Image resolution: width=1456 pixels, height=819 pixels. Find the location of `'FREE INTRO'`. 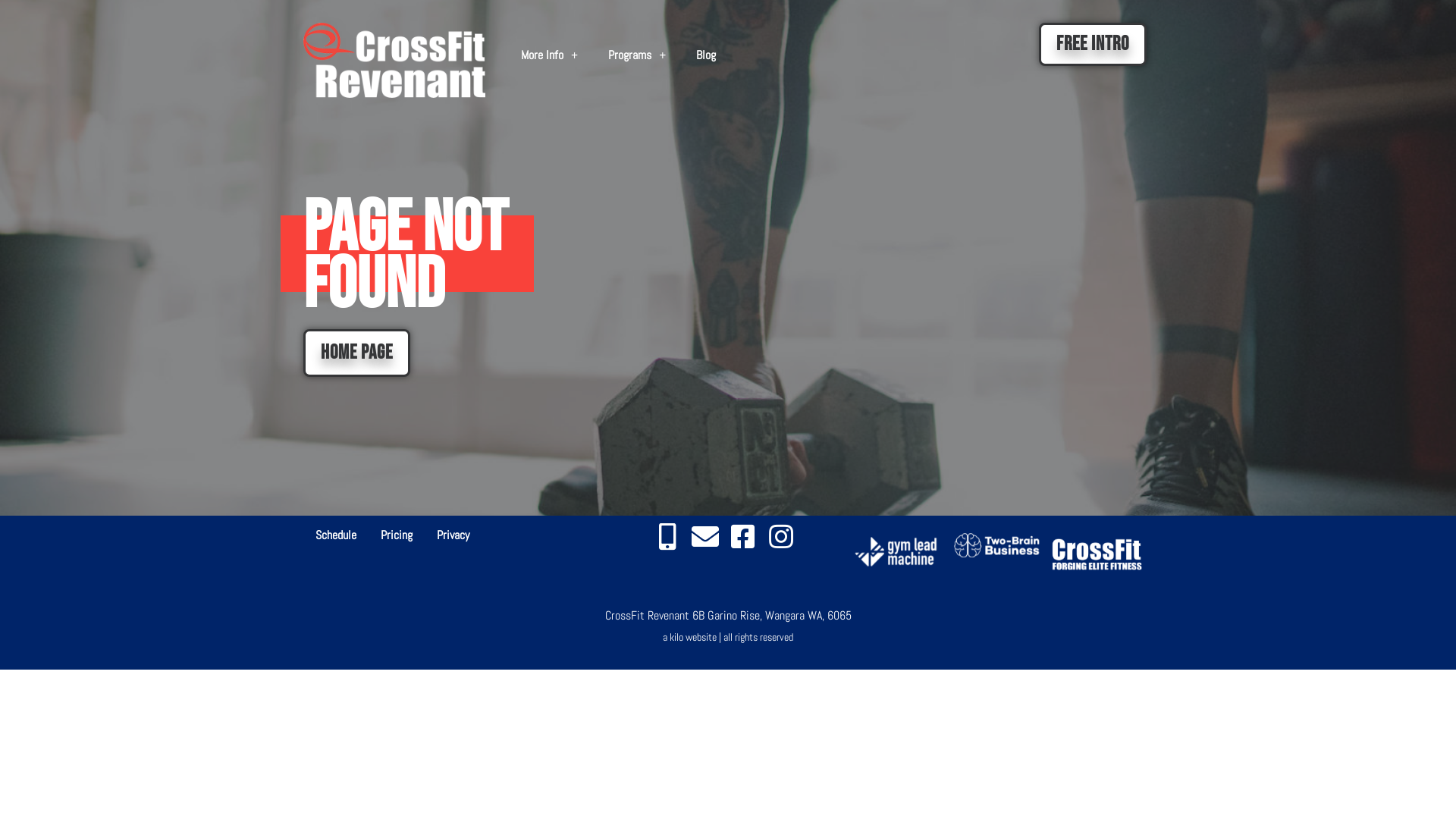

'FREE INTRO' is located at coordinates (1092, 43).